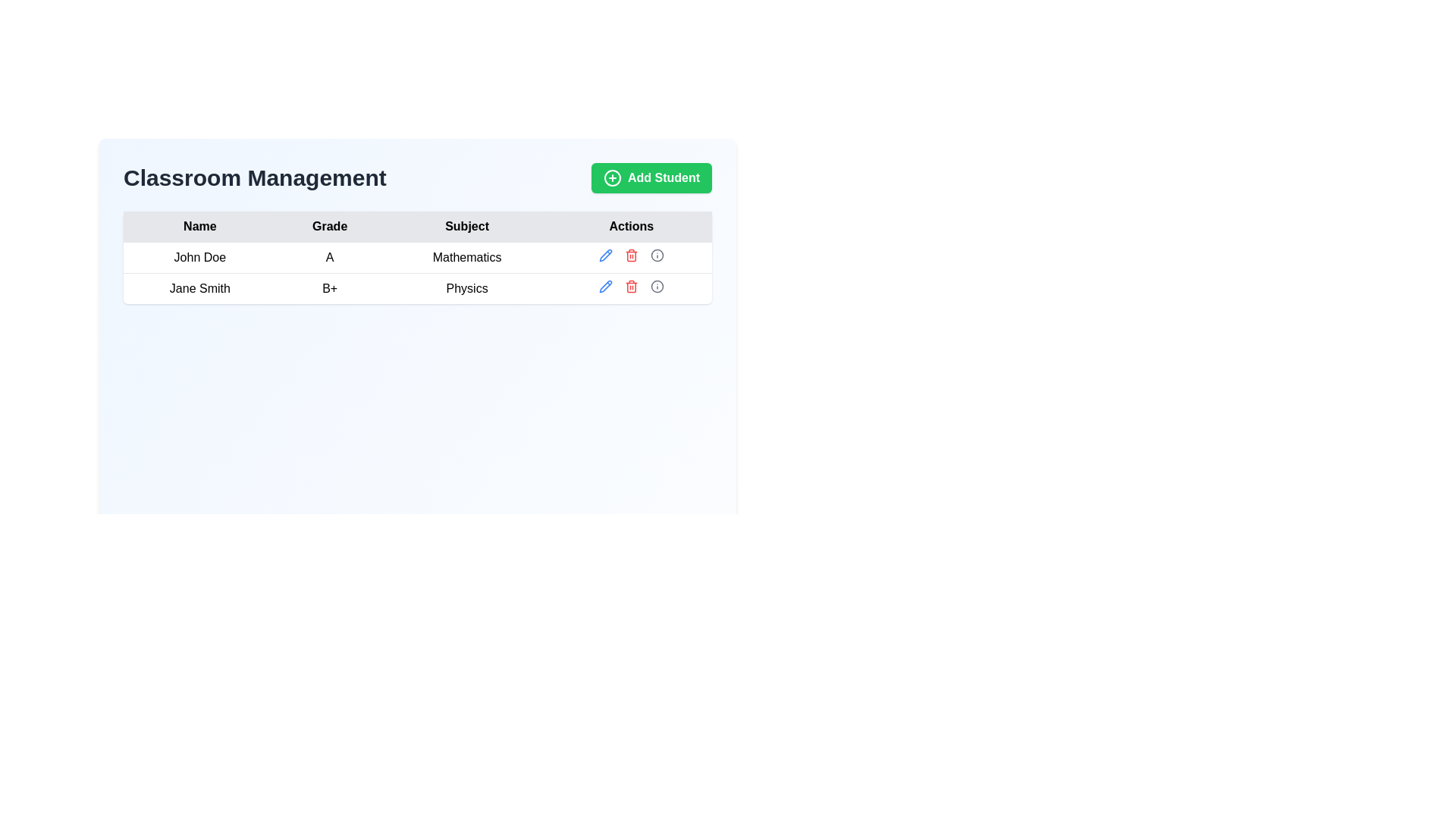 The height and width of the screenshot is (819, 1456). What do you see at coordinates (255, 177) in the screenshot?
I see `the Text Label that serves as the title for the section, located to the left of the 'Add Student' button` at bounding box center [255, 177].